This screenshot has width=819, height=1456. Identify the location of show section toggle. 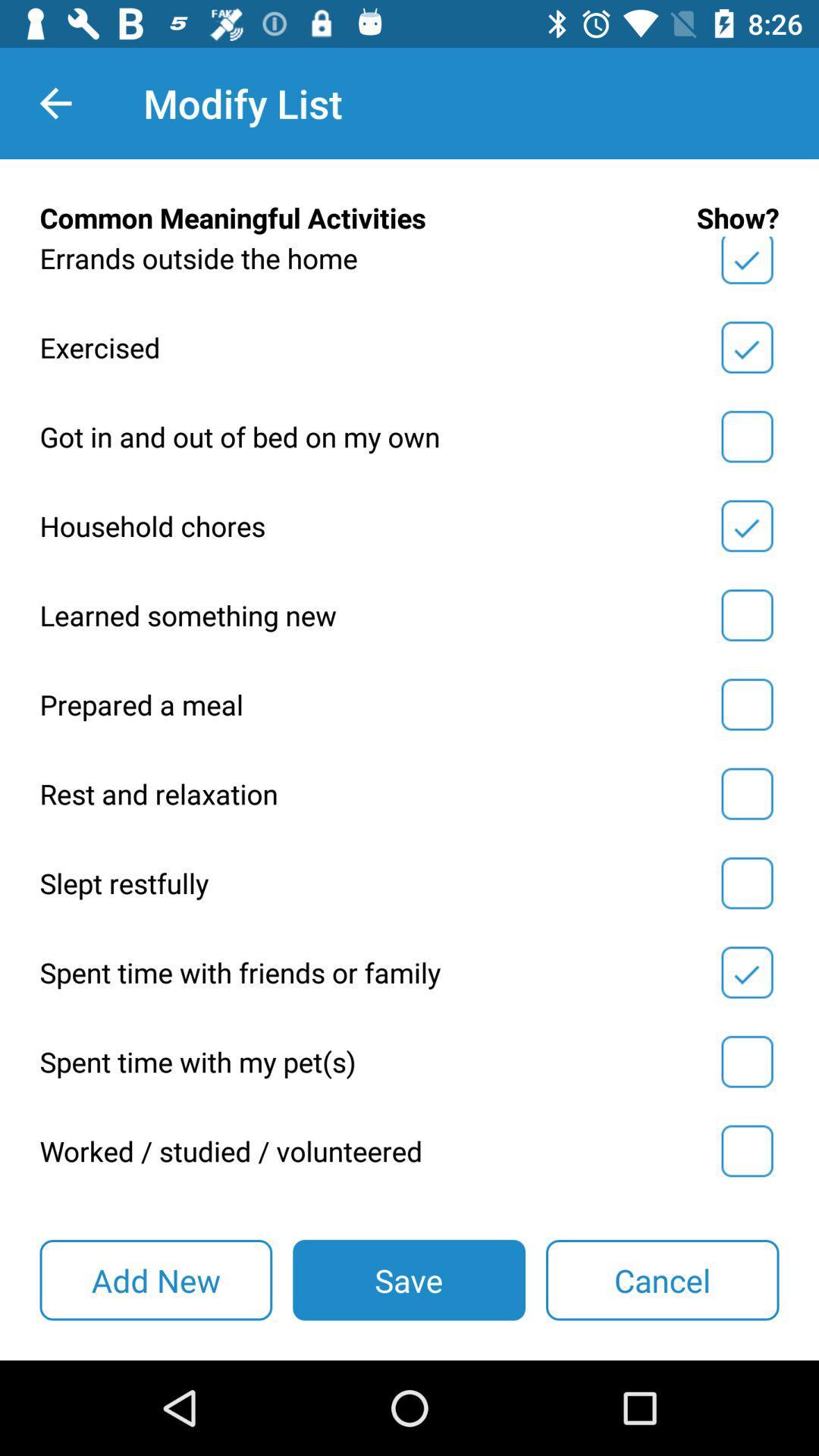
(746, 347).